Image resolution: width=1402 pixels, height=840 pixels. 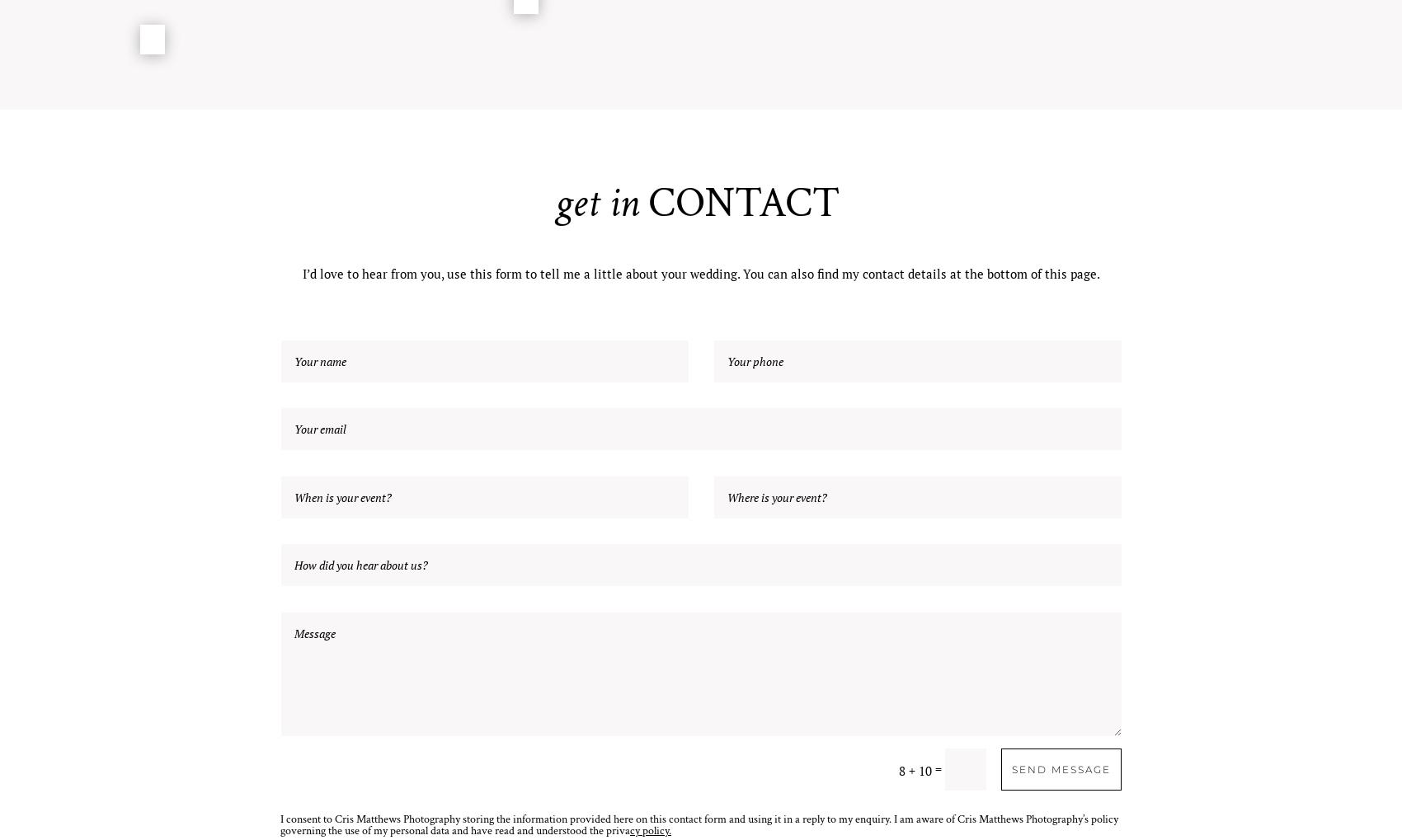 What do you see at coordinates (638, 204) in the screenshot?
I see `'CONTACT'` at bounding box center [638, 204].